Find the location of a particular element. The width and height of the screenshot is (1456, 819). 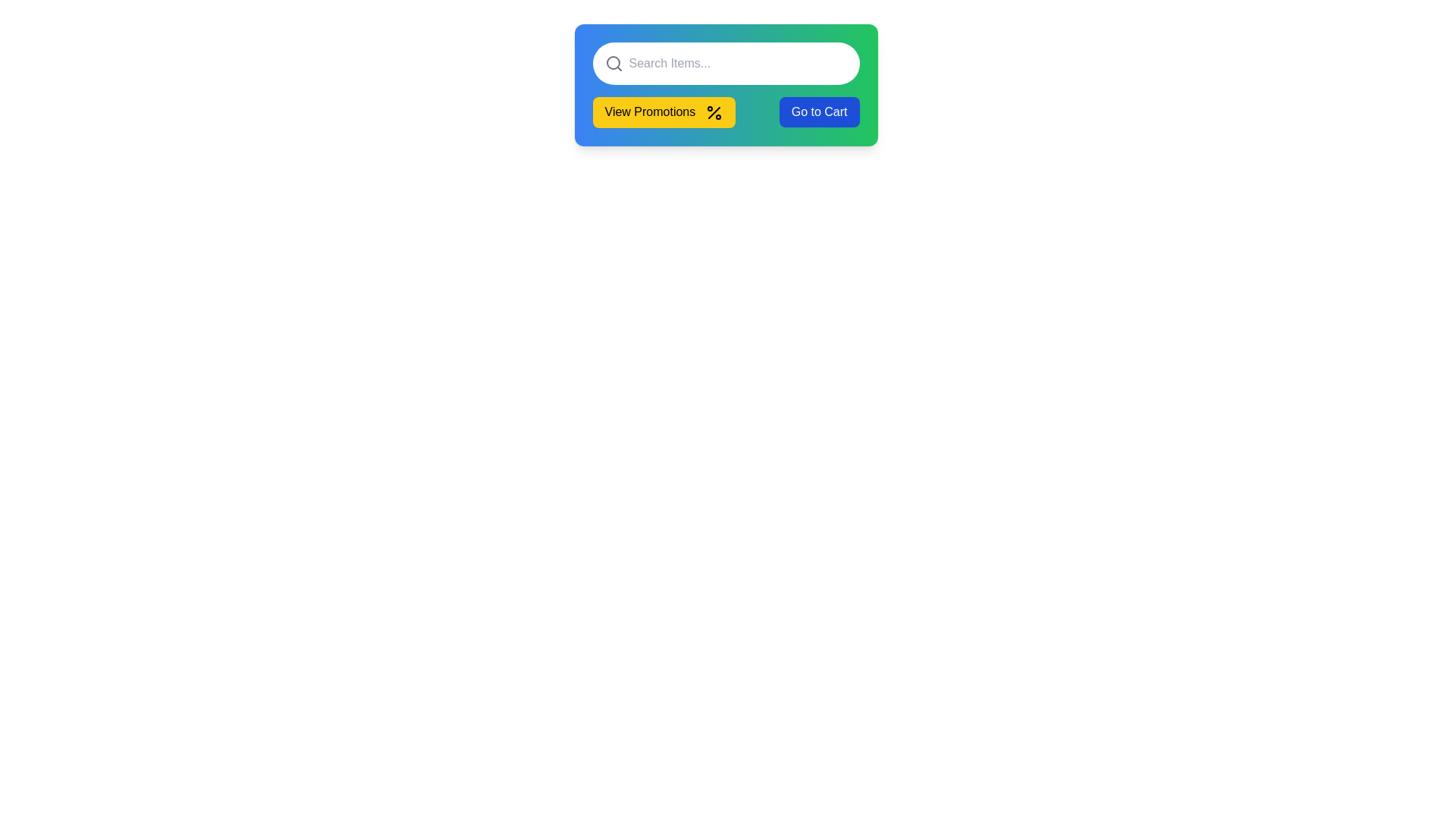

the diagonal line segment of the SVG icon that is part of a percentage symbol, located to the right of the 'View Promotions' button is located at coordinates (713, 111).